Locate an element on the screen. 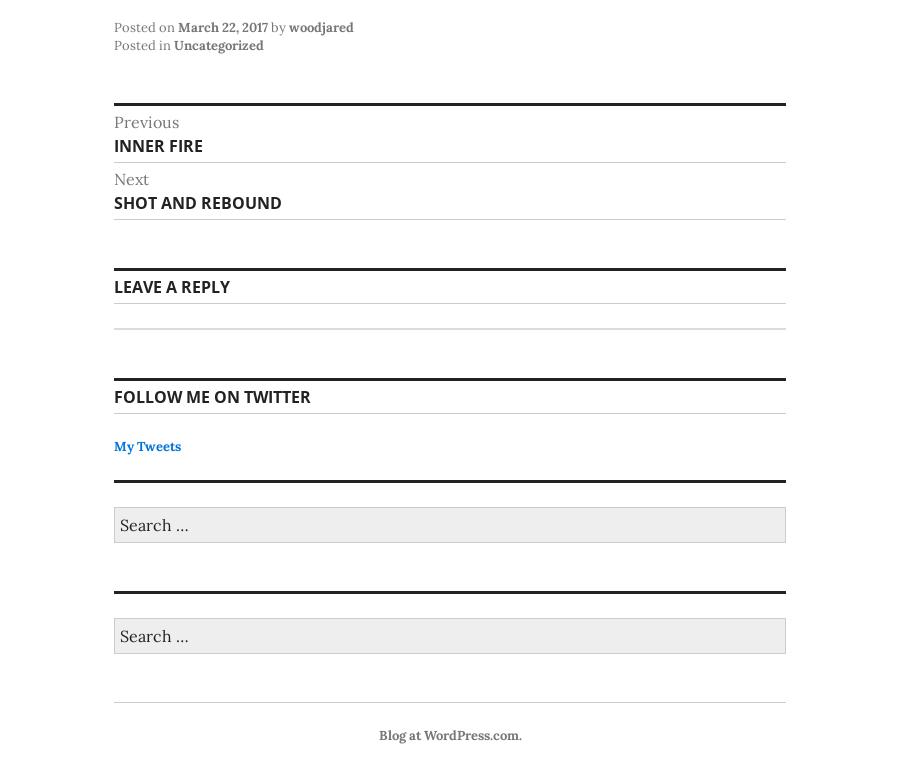 Image resolution: width=900 pixels, height=769 pixels. 'My Tweets' is located at coordinates (147, 446).